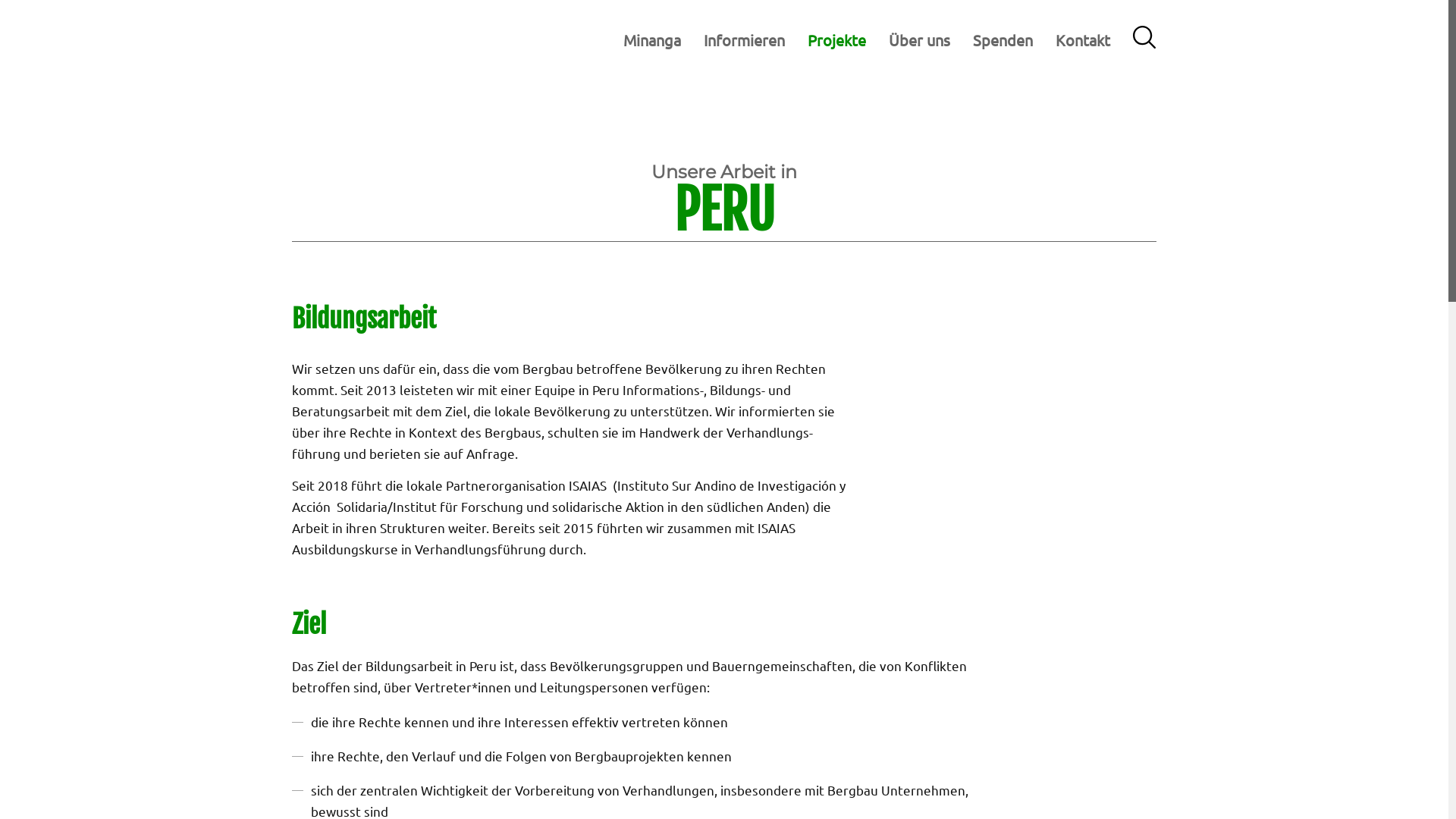  What do you see at coordinates (836, 39) in the screenshot?
I see `'Projekte'` at bounding box center [836, 39].